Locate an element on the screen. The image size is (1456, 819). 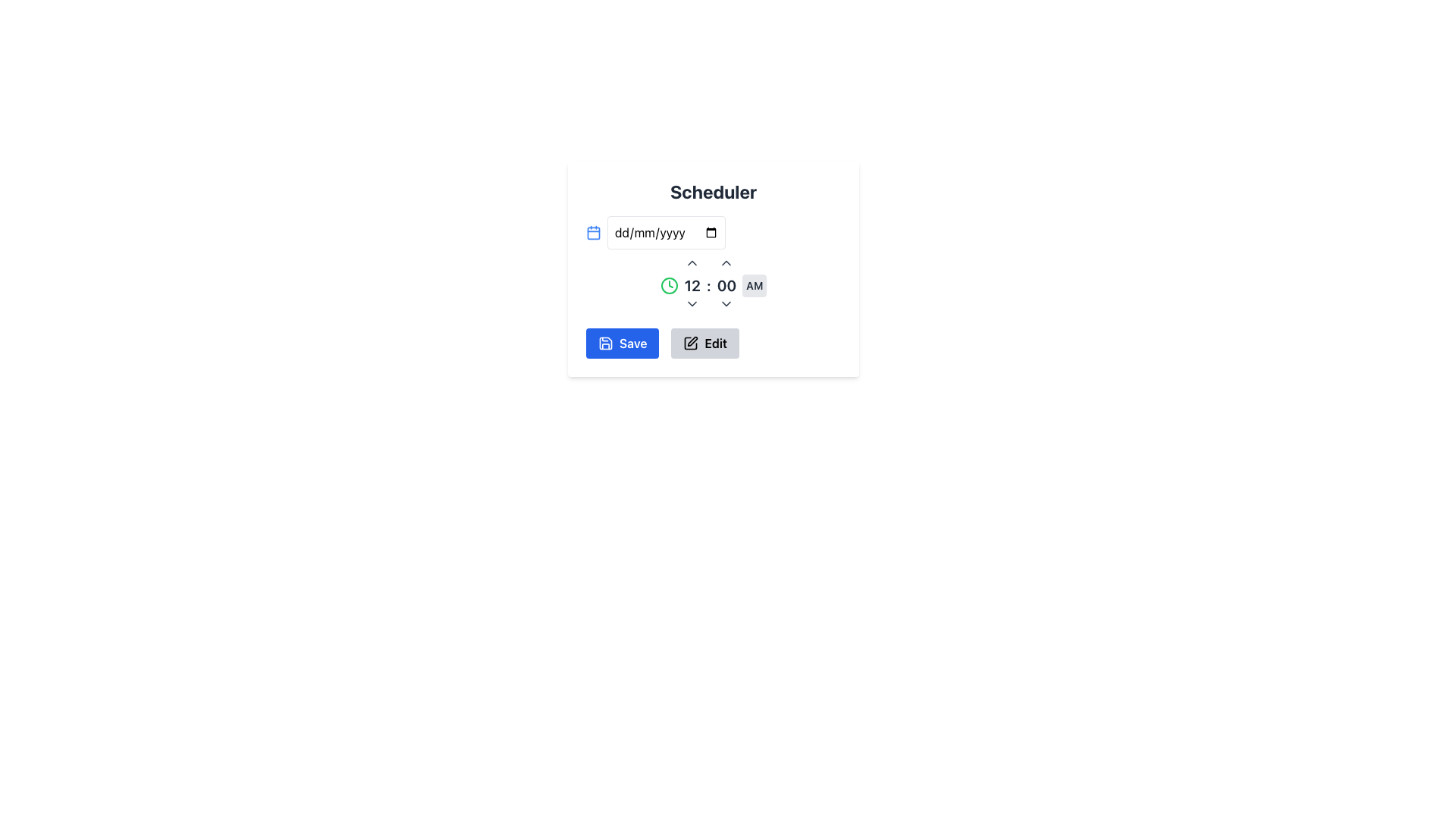
the upward-pointing button that increments the time value displayed below it, located above the numeric display '00' is located at coordinates (726, 262).